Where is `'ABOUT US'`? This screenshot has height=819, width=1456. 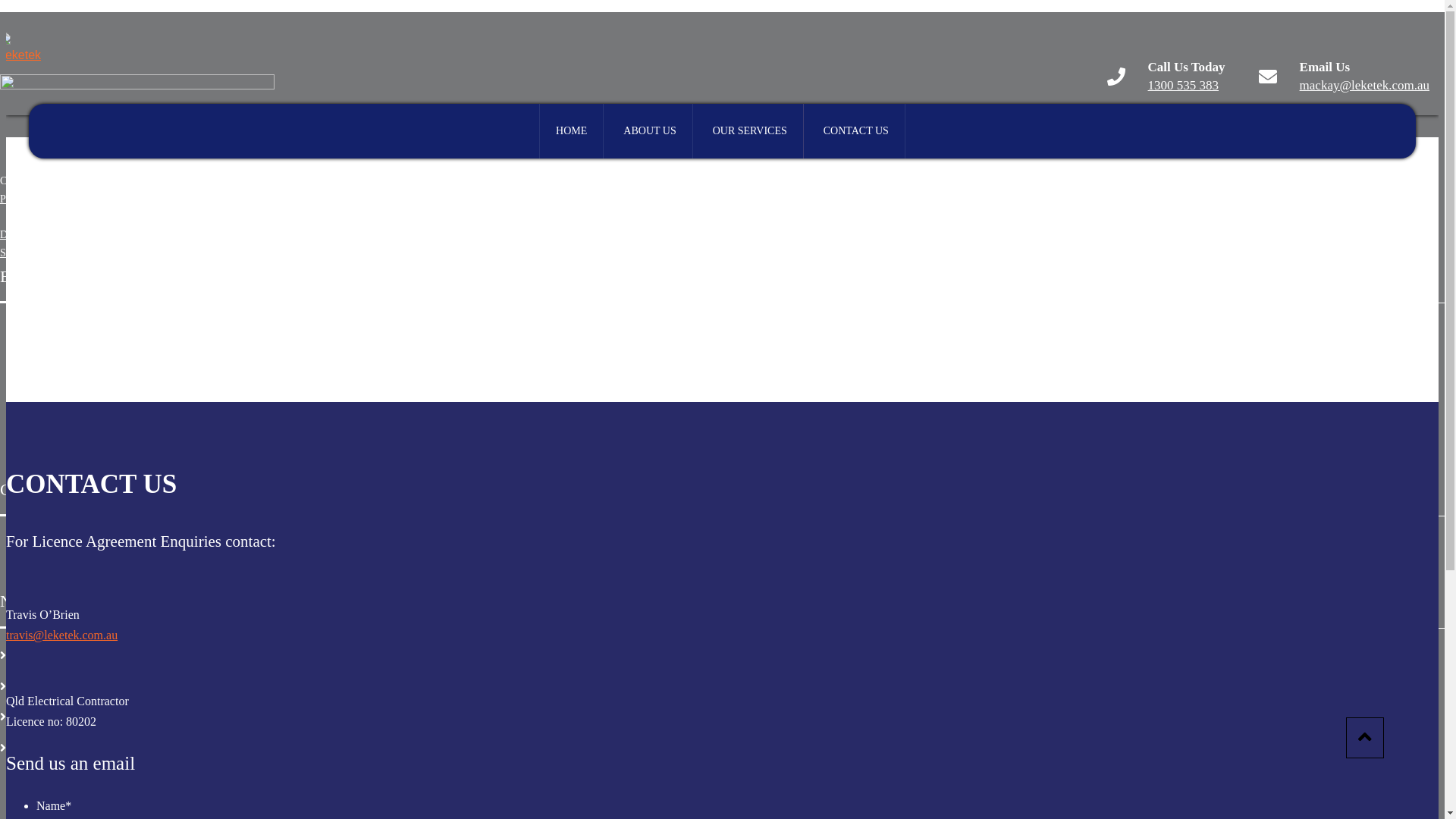 'ABOUT US' is located at coordinates (649, 130).